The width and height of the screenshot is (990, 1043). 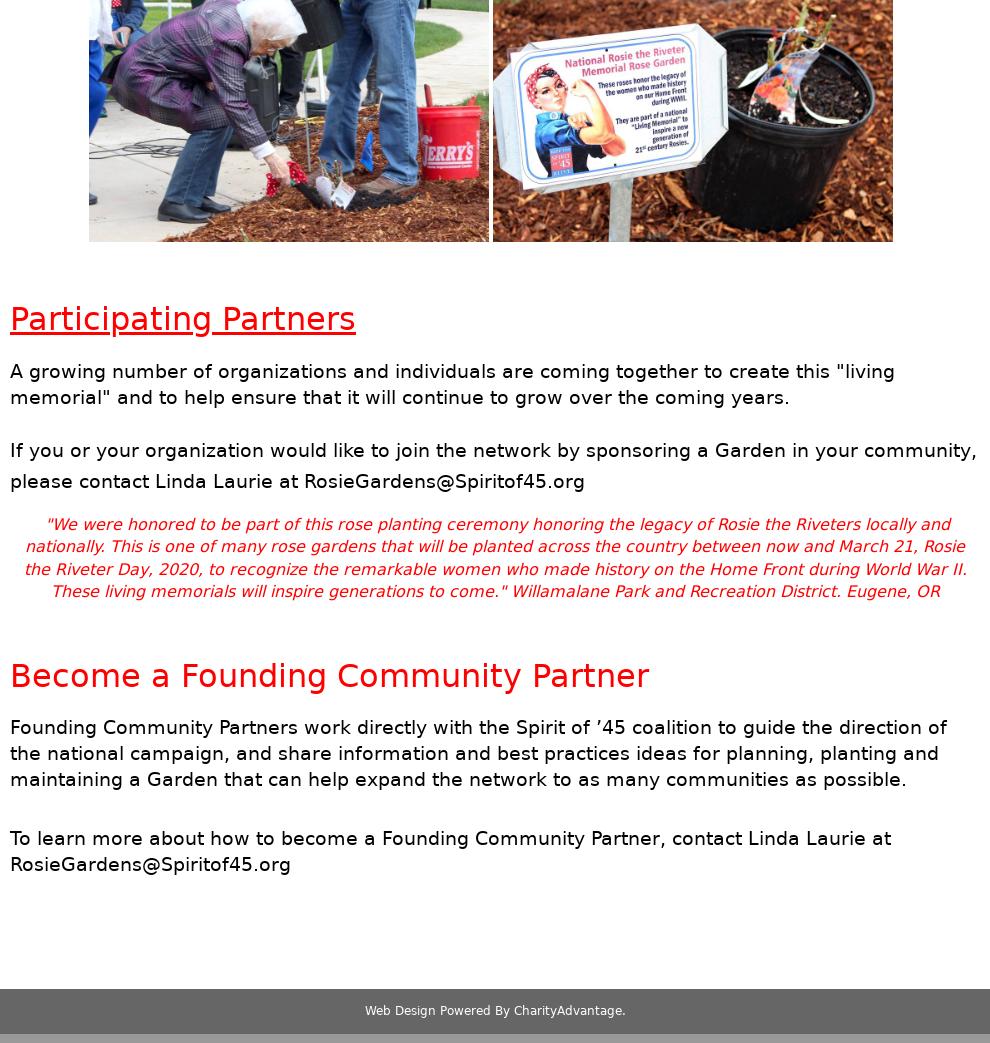 I want to click on 'To learn more about how to become a Founding Community Partner, contact Linda Laurie at RosieGardens@Spiritof45.org', so click(x=450, y=851).